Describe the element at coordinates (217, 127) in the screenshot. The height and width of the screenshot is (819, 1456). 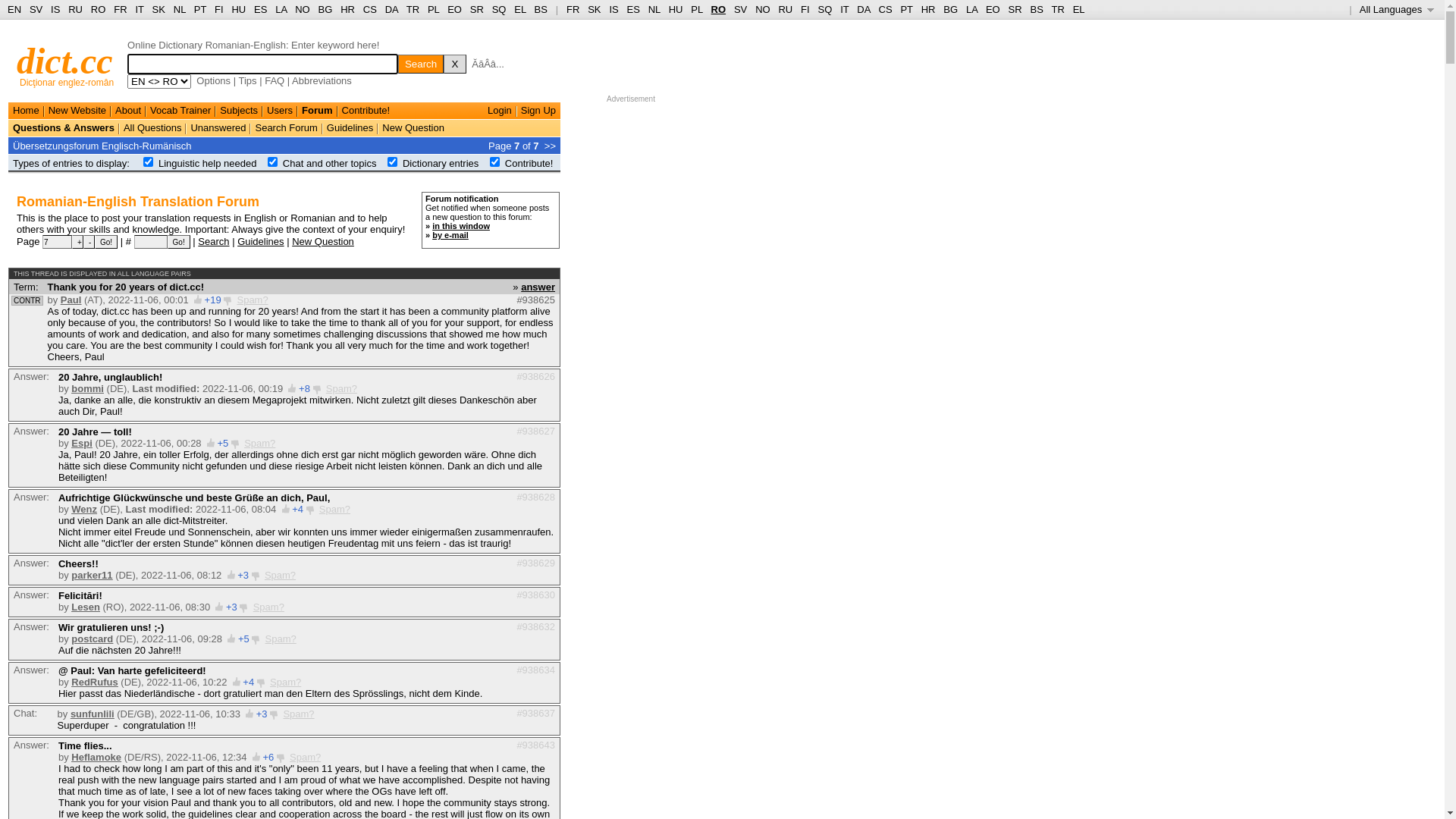
I see `'Unanswered'` at that location.